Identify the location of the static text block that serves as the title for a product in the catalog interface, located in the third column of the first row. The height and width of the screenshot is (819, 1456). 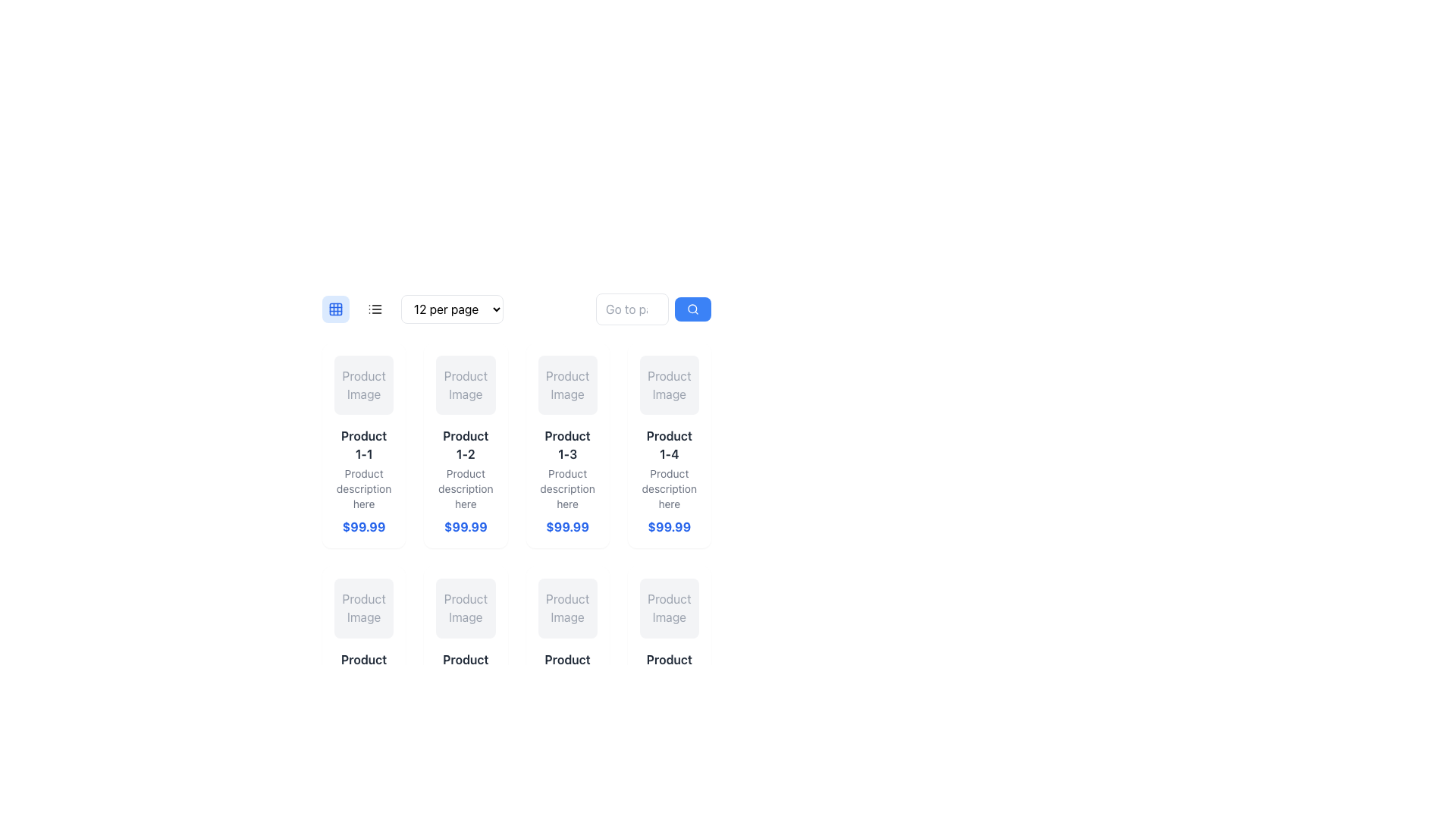
(566, 444).